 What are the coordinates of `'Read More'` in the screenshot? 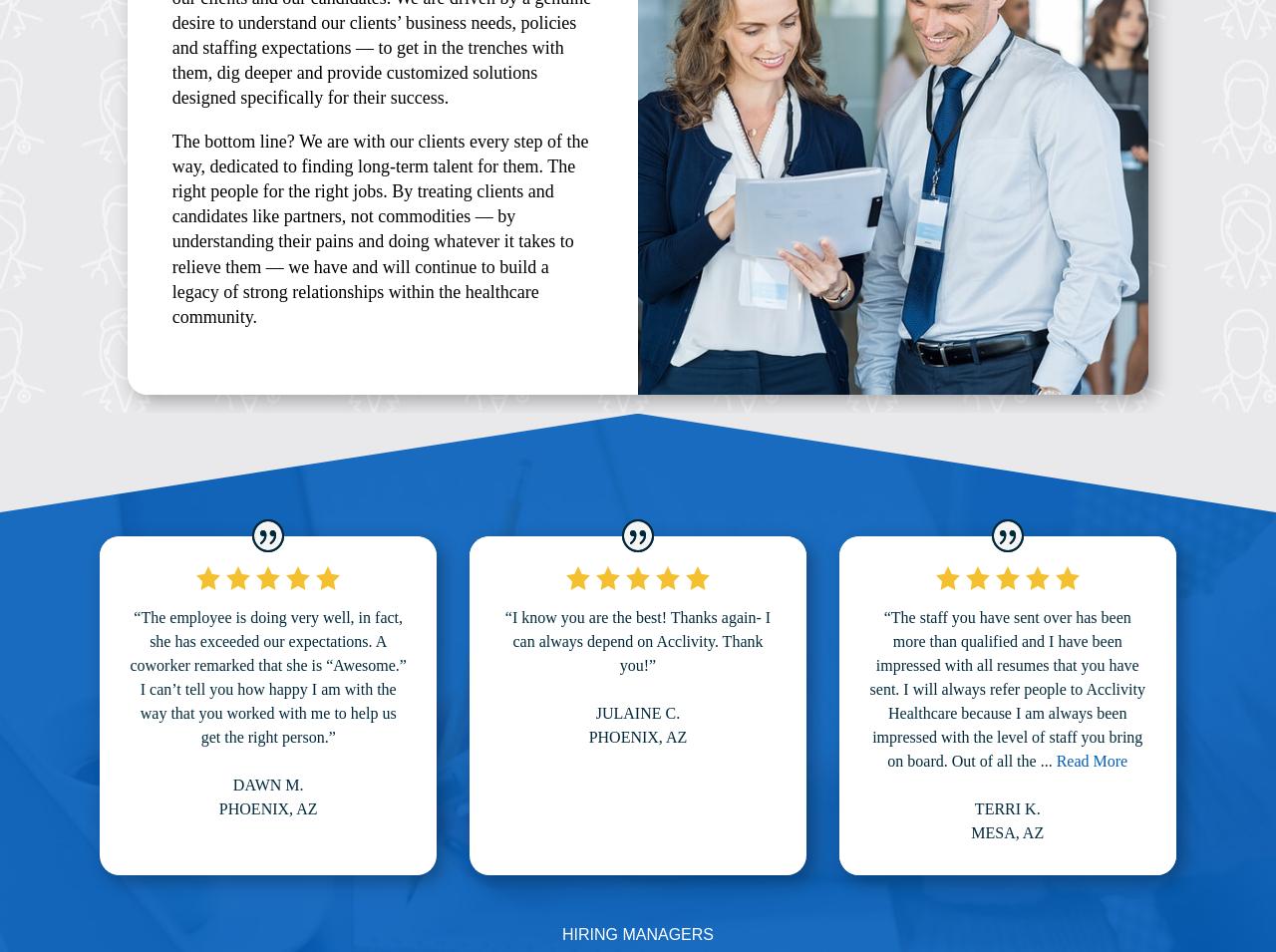 It's located at (1091, 759).